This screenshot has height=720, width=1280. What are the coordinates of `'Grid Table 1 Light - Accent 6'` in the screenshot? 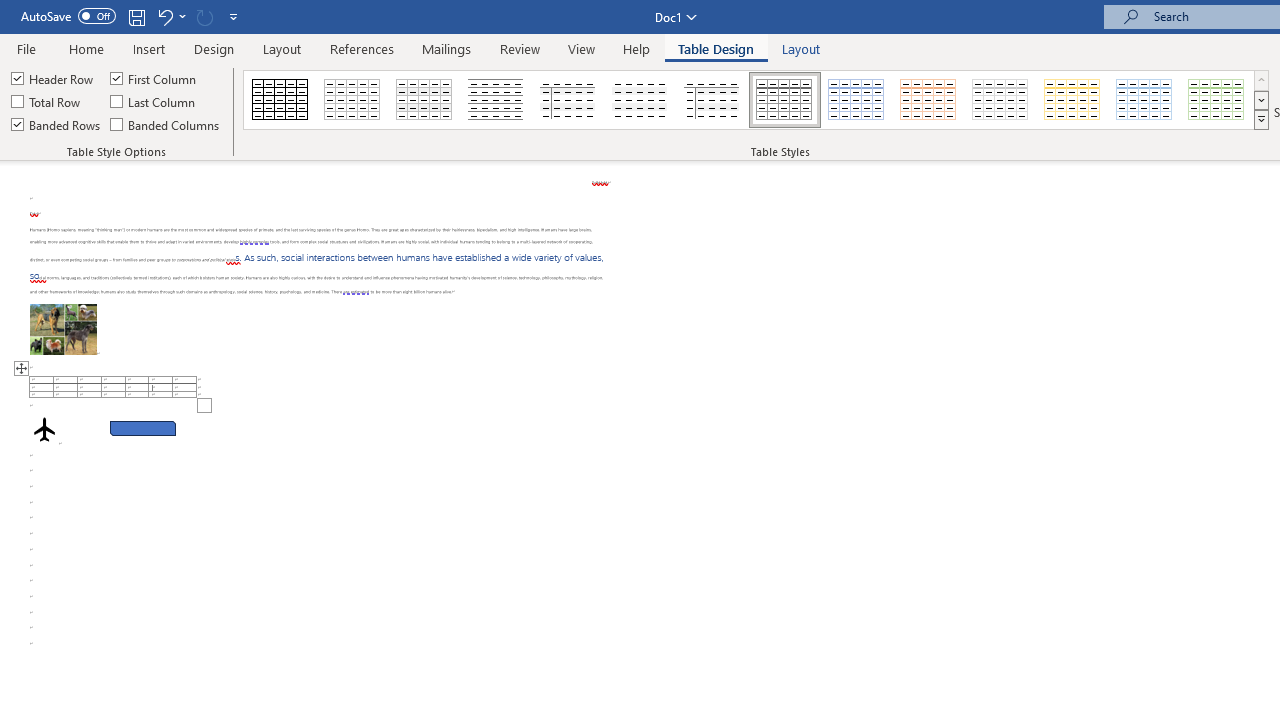 It's located at (1216, 100).